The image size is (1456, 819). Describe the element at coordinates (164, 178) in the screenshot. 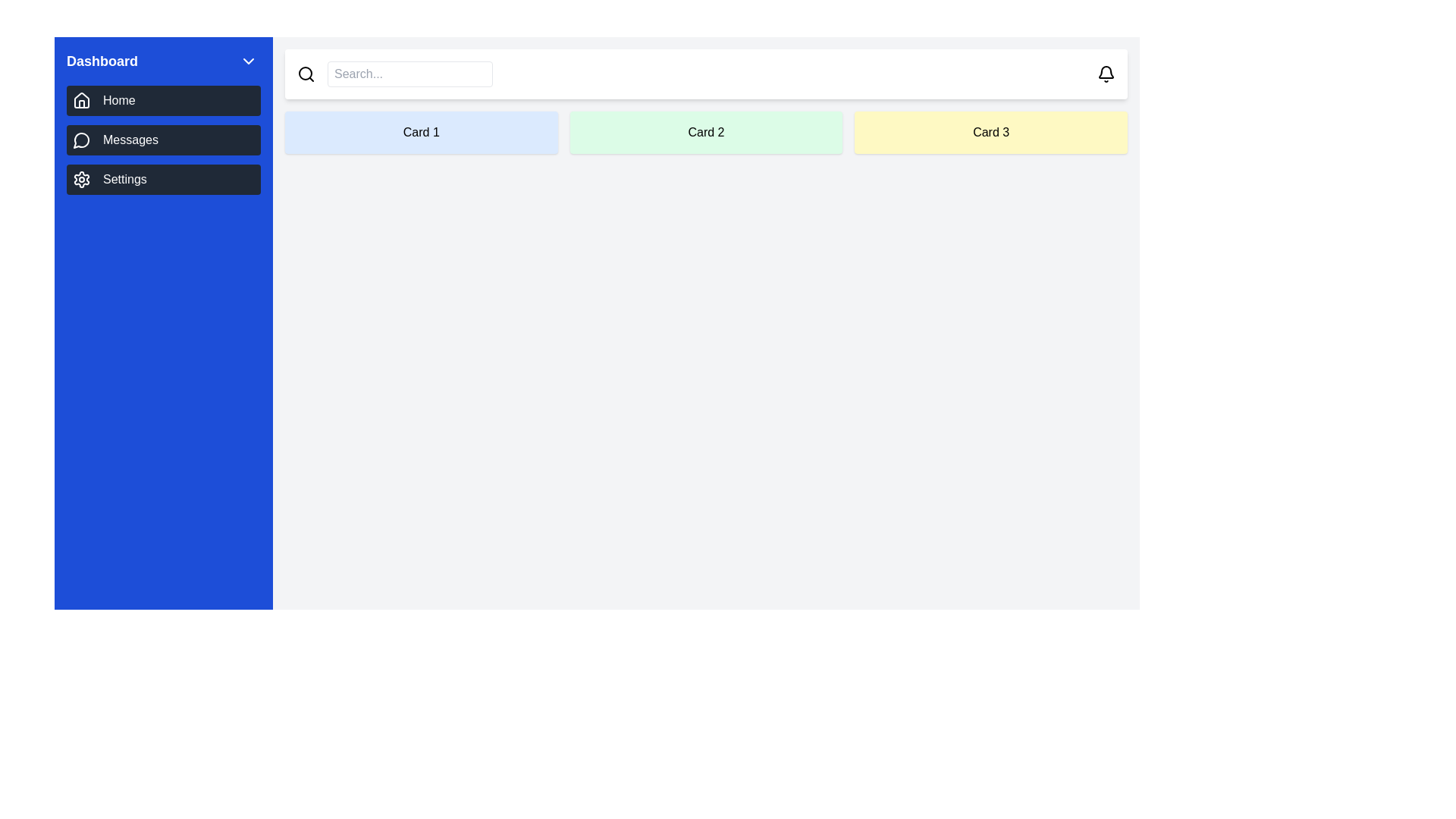

I see `'Settings' button located in the sidebar of the application, which is the third button in a vertical list, by using developer tools` at that location.